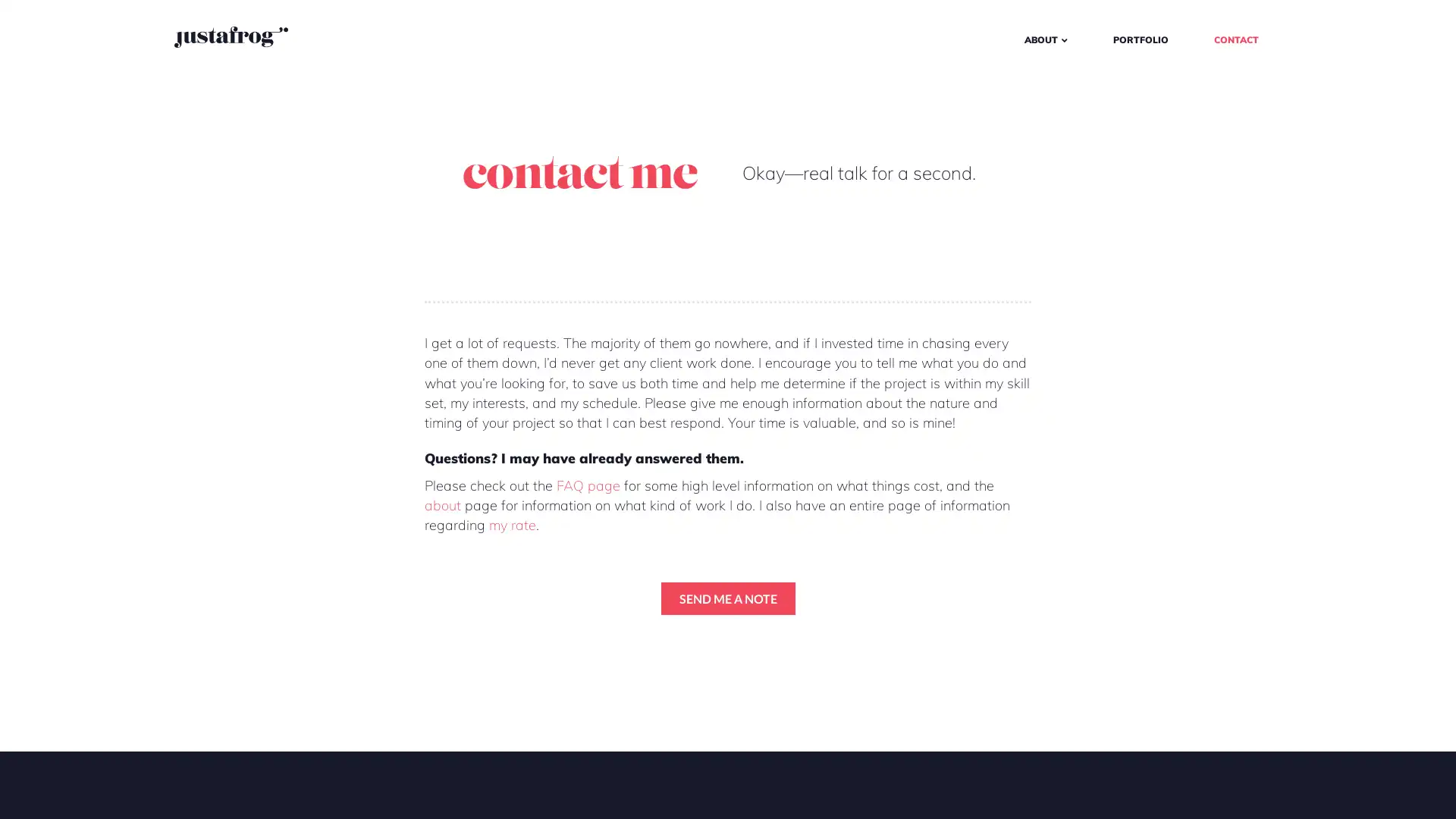 The width and height of the screenshot is (1456, 819). What do you see at coordinates (726, 597) in the screenshot?
I see `SEND ME A NOTE` at bounding box center [726, 597].